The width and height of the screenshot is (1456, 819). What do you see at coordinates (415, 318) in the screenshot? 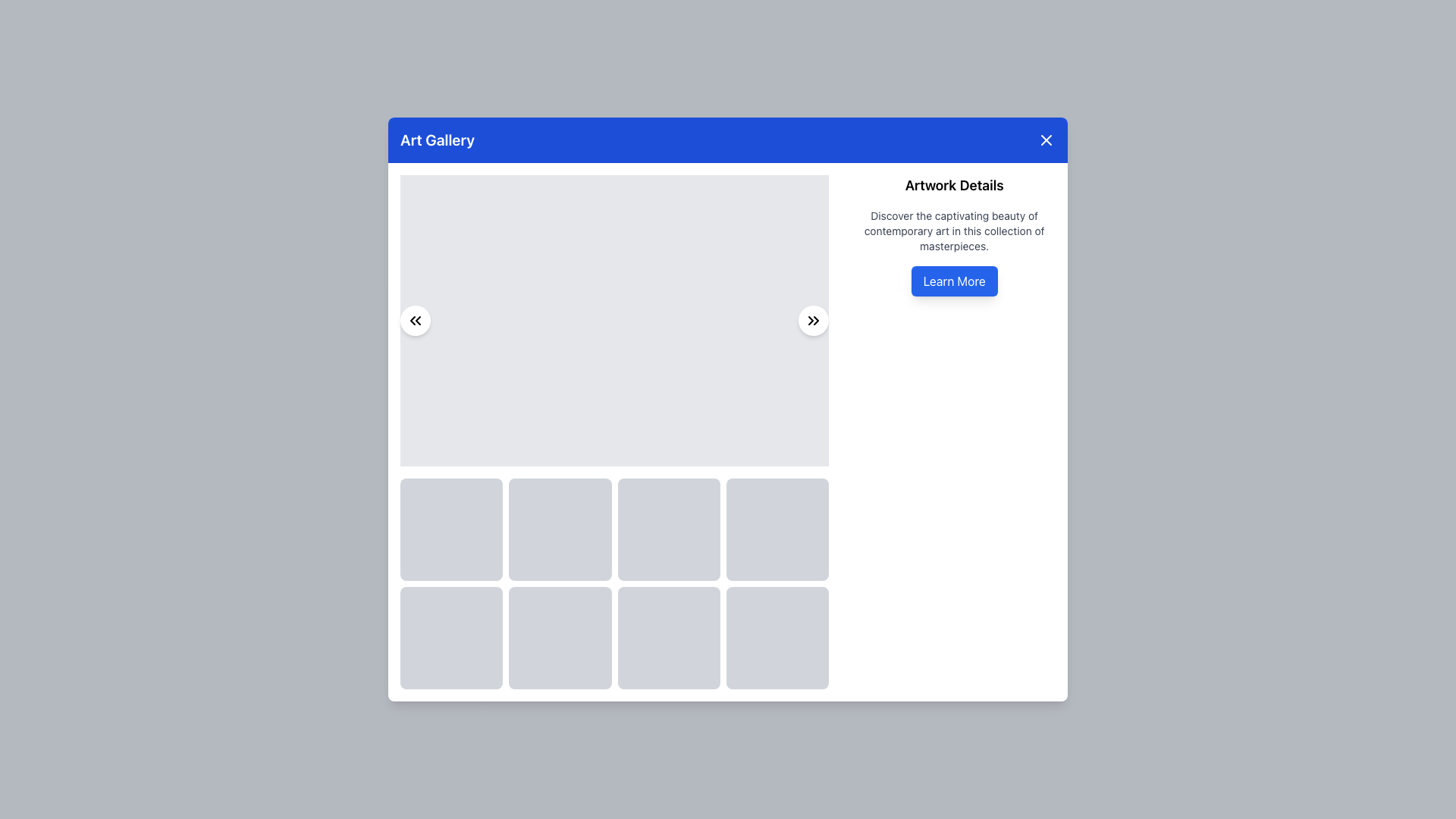
I see `the circular button containing the Icon used for left navigation in the gallery interface for visual feedback` at bounding box center [415, 318].